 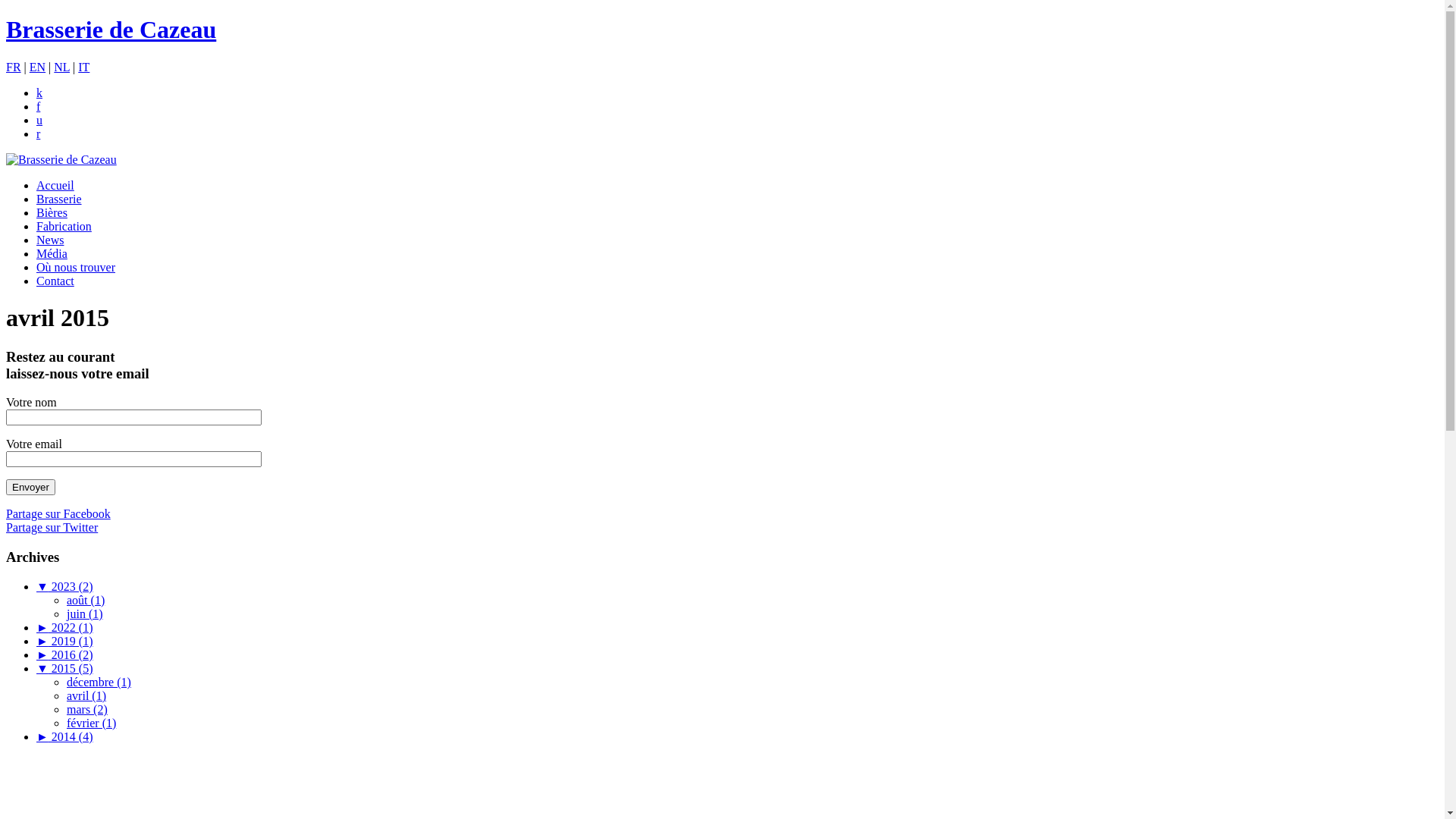 What do you see at coordinates (63, 226) in the screenshot?
I see `'Fabrication'` at bounding box center [63, 226].